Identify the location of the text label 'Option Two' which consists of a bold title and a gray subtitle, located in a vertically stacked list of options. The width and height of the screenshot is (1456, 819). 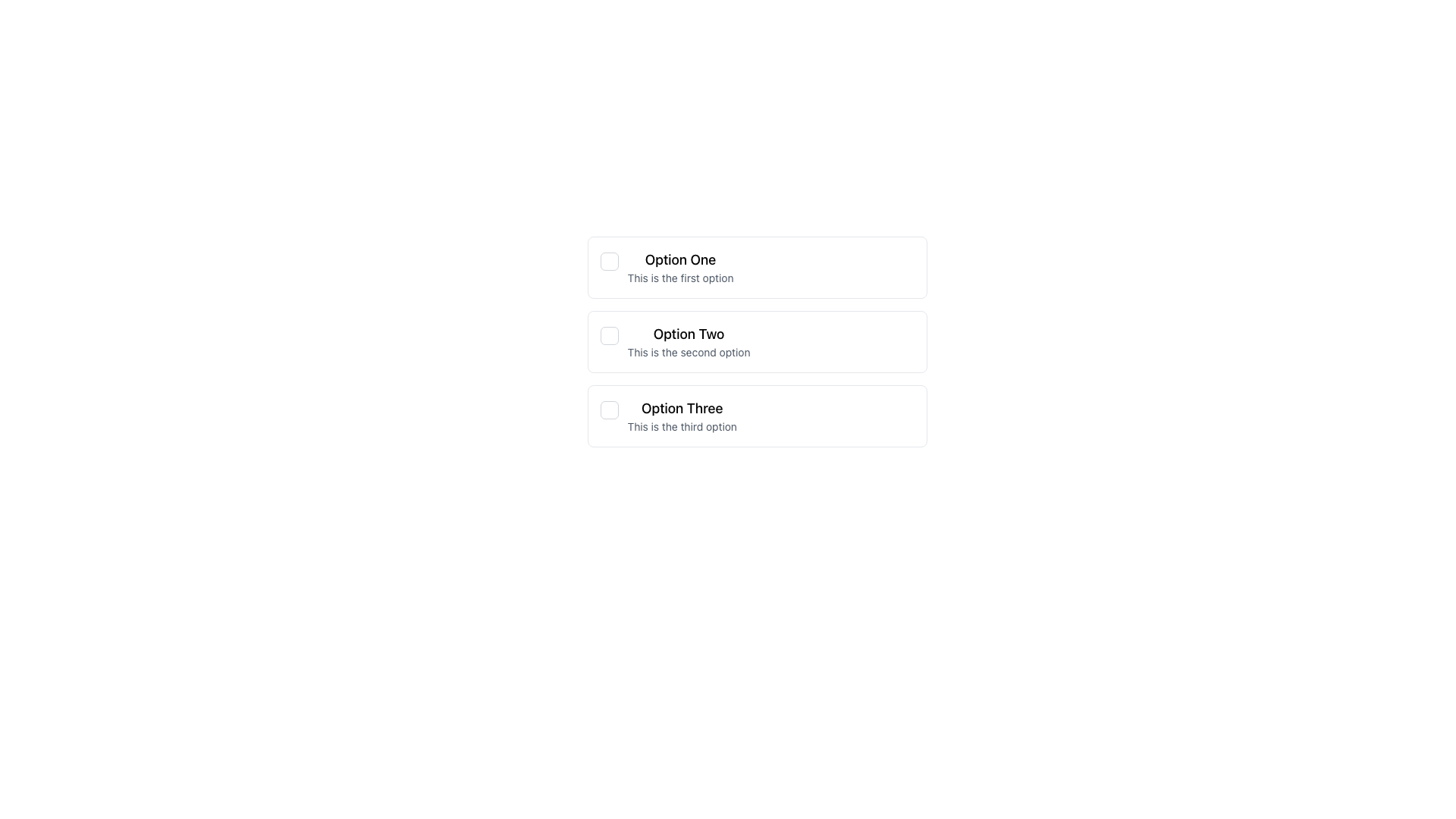
(688, 342).